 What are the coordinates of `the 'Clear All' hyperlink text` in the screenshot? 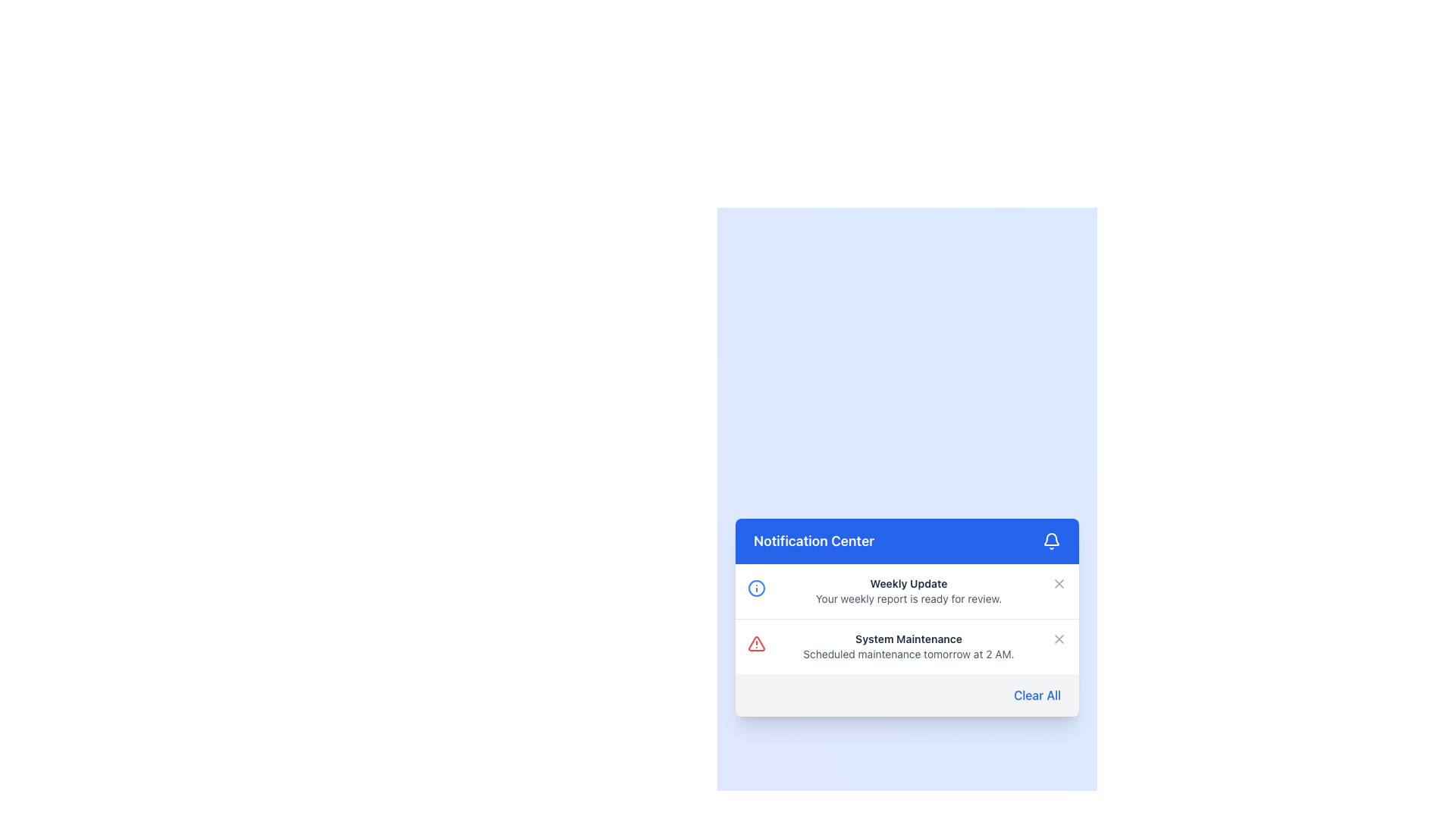 It's located at (1037, 695).